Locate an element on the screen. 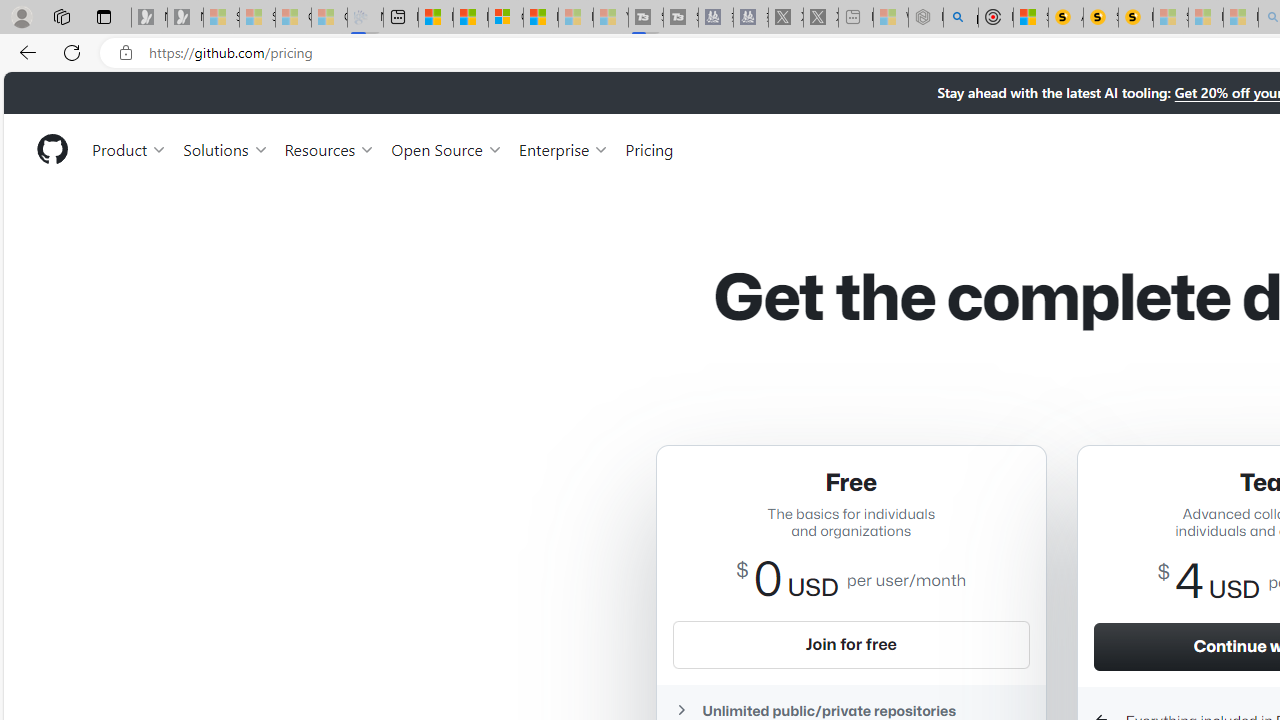  'Michelle Starr, Senior Journalist at ScienceAlert' is located at coordinates (1136, 17).